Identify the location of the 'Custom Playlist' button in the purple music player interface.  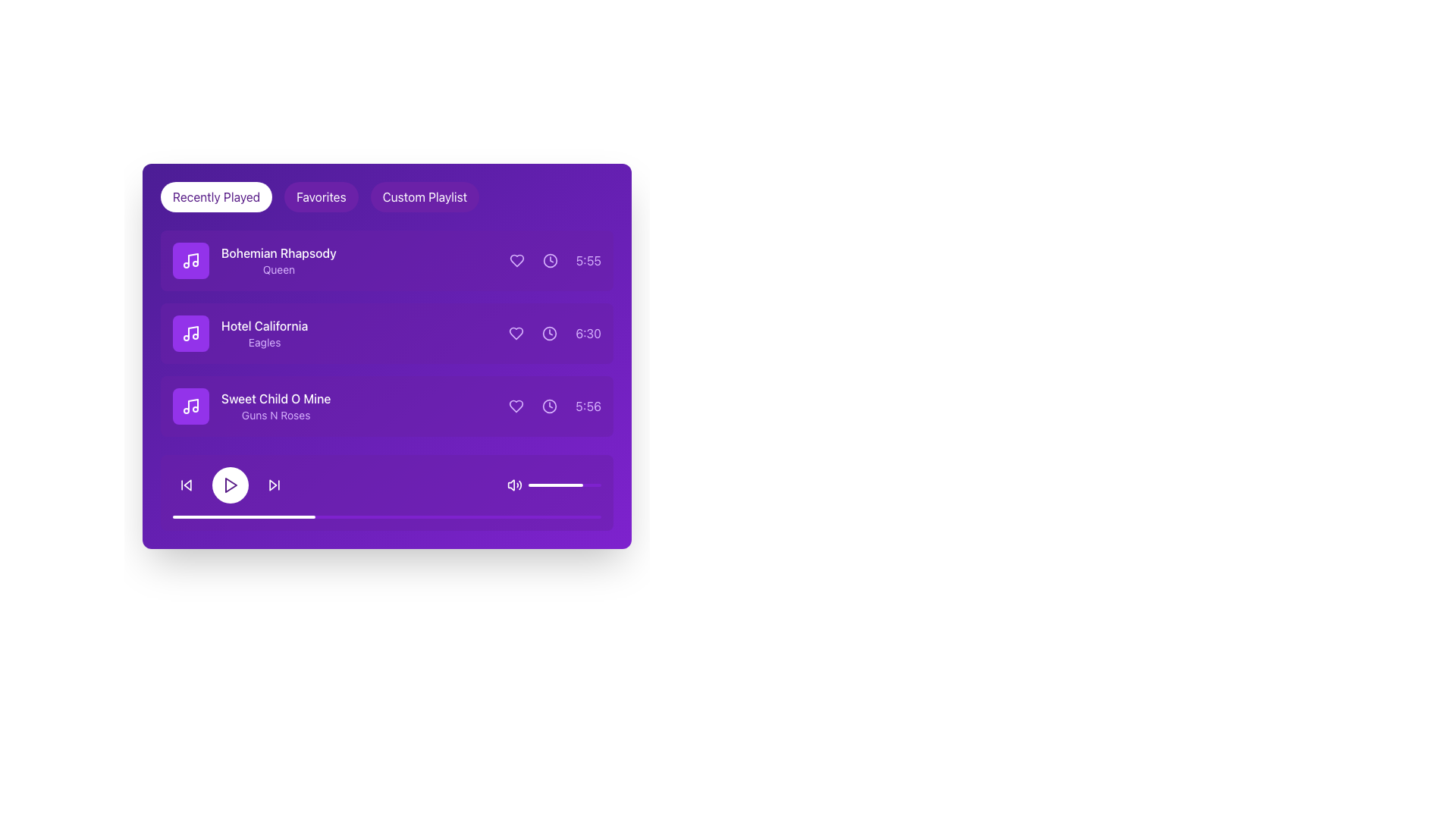
(425, 196).